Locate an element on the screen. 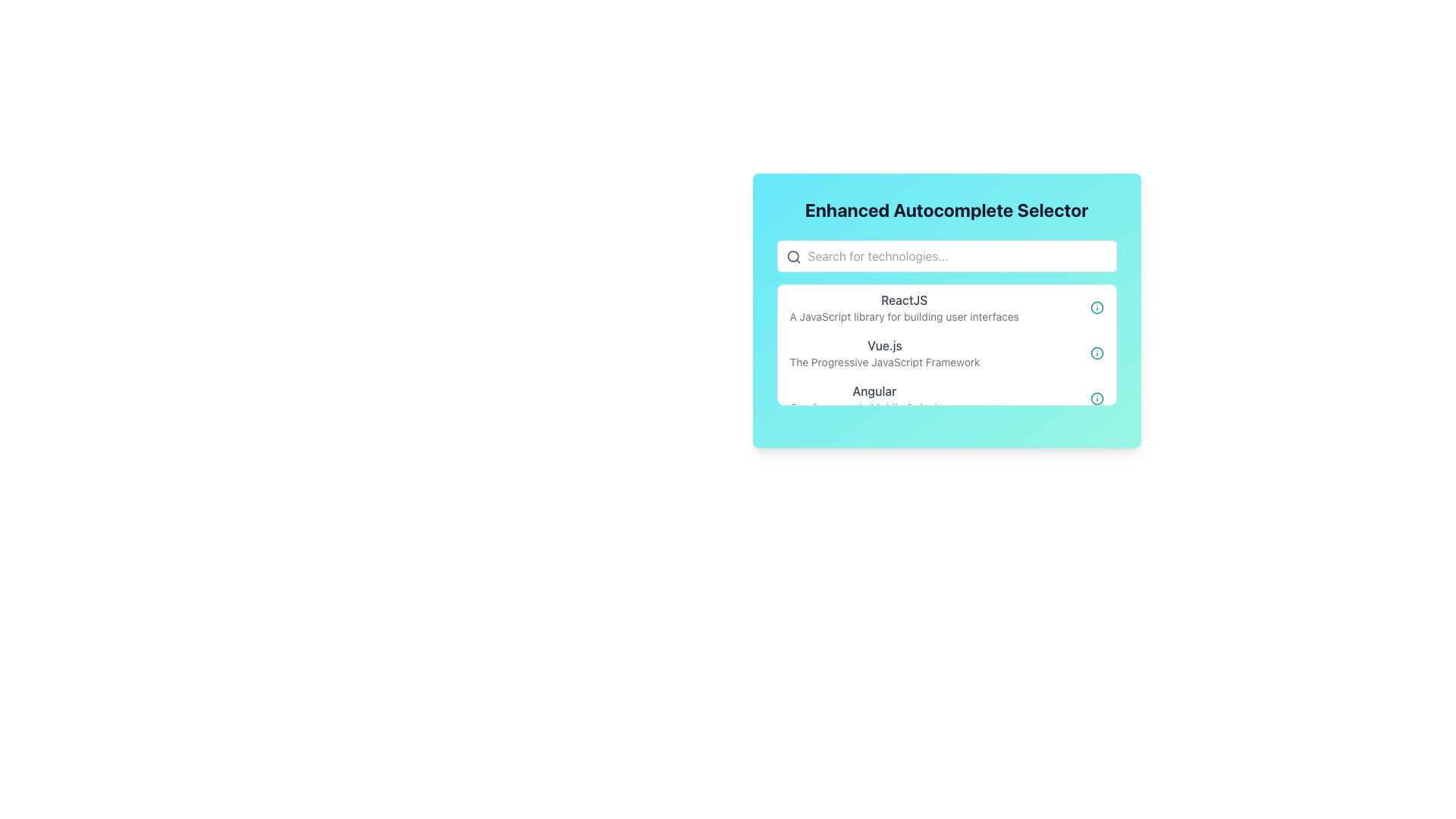  the Text Block element containing the heading 'Vue.js' and the subtitle 'The Progressive JavaScript Framework' in the dropdown menu is located at coordinates (884, 353).